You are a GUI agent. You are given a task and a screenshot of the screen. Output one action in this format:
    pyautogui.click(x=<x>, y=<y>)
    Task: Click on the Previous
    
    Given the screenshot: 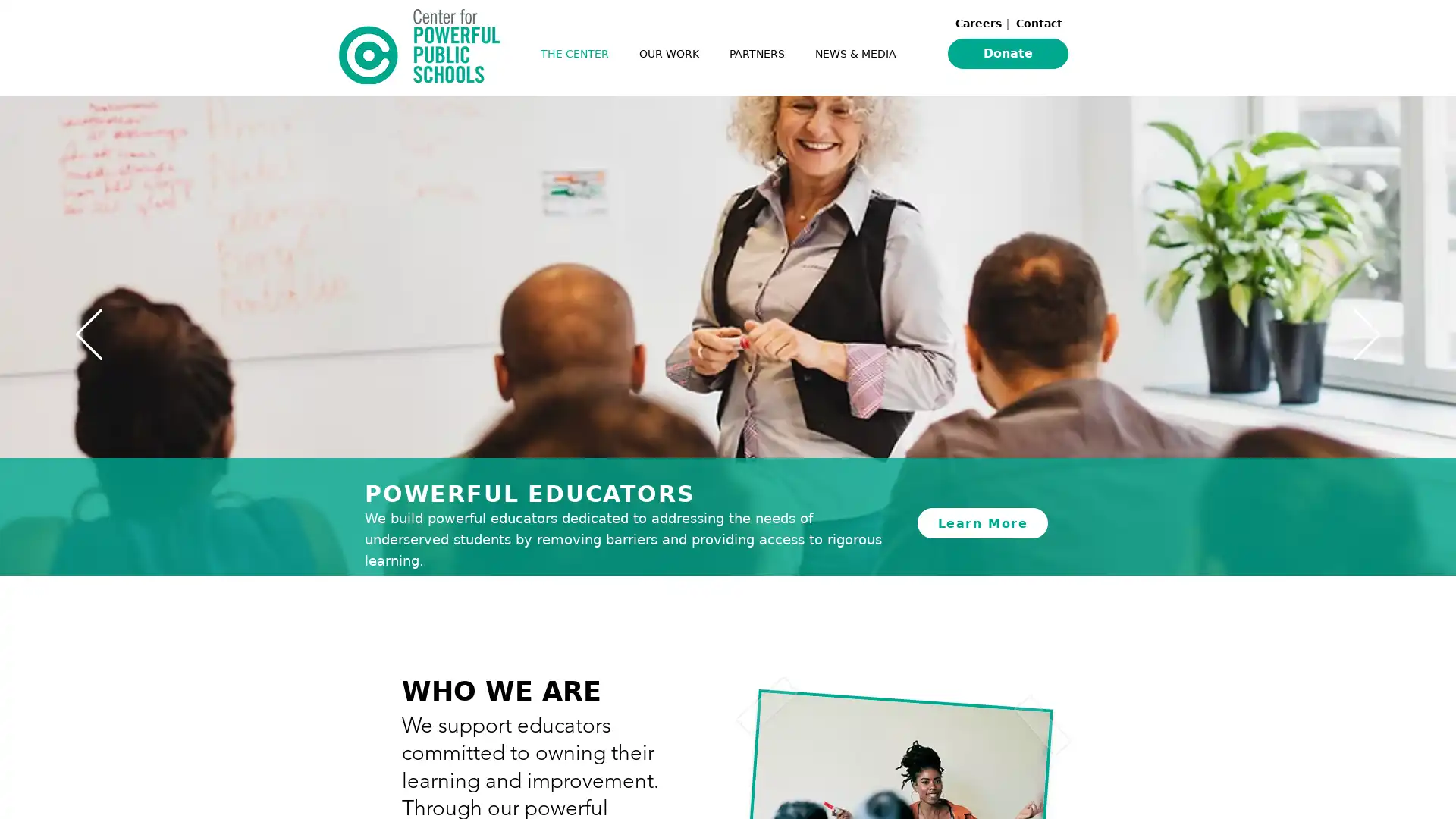 What is the action you would take?
    pyautogui.click(x=88, y=334)
    